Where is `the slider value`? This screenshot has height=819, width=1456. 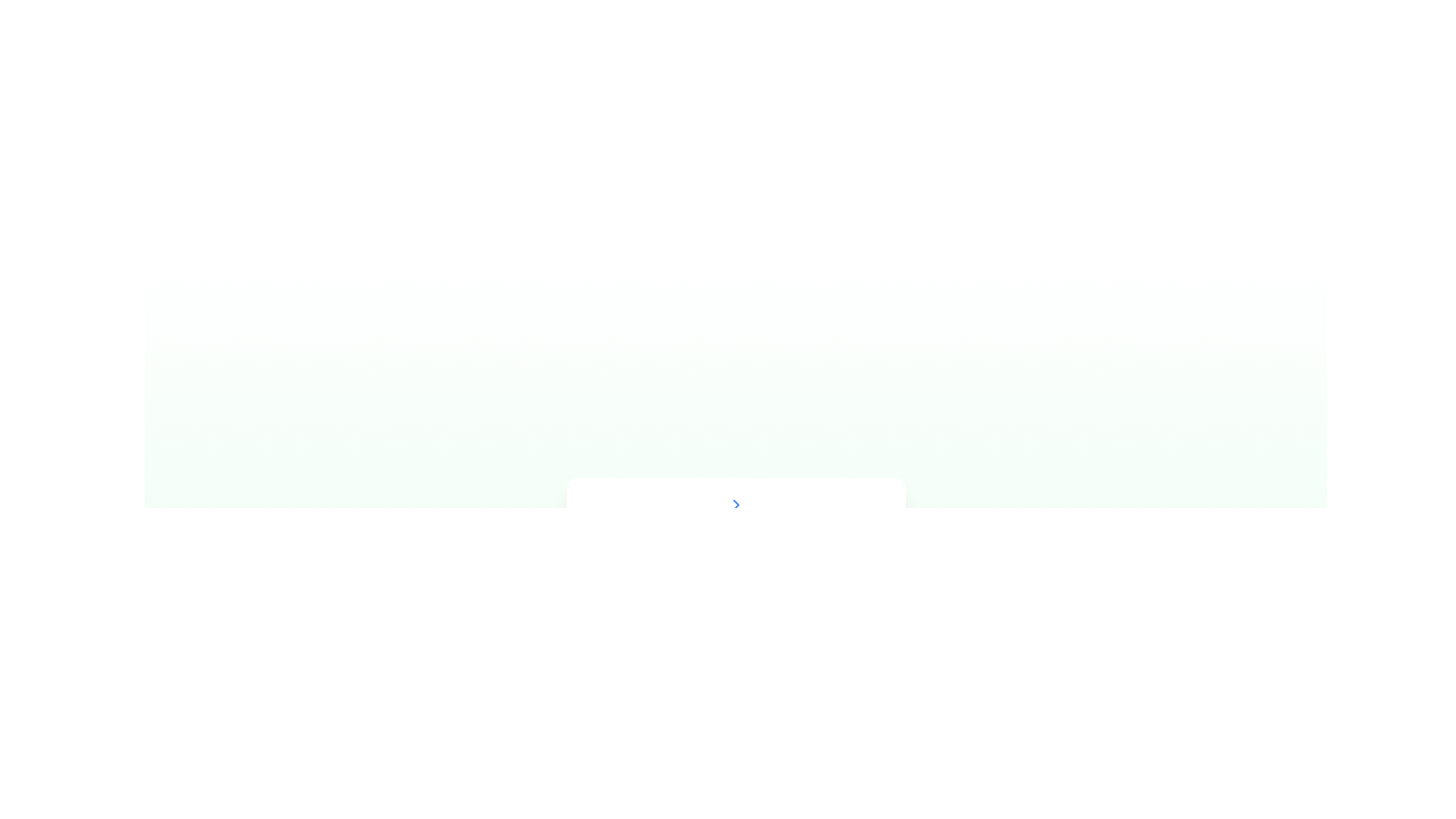
the slider value is located at coordinates (799, 614).